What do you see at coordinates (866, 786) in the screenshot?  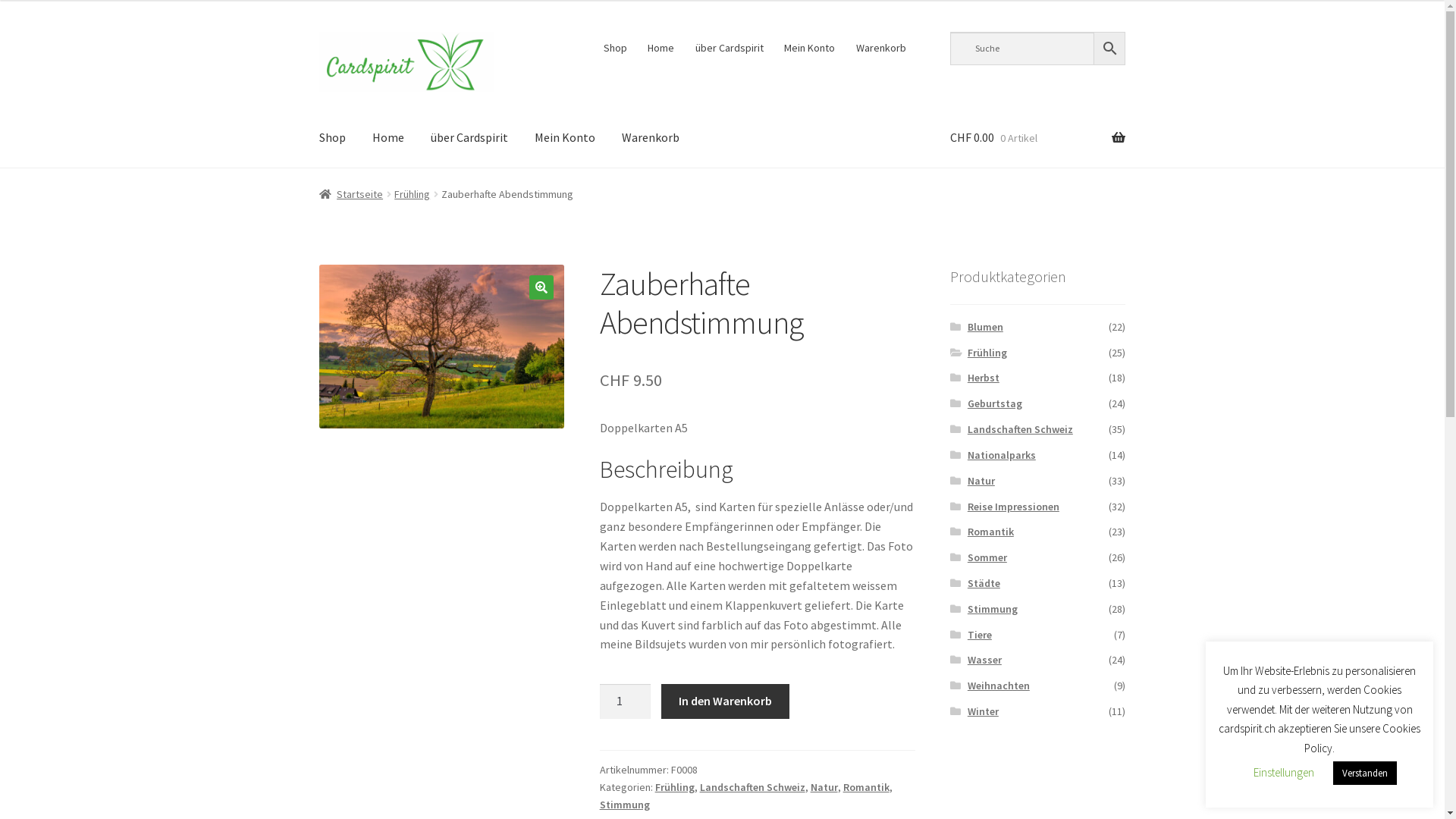 I see `'Romantik'` at bounding box center [866, 786].